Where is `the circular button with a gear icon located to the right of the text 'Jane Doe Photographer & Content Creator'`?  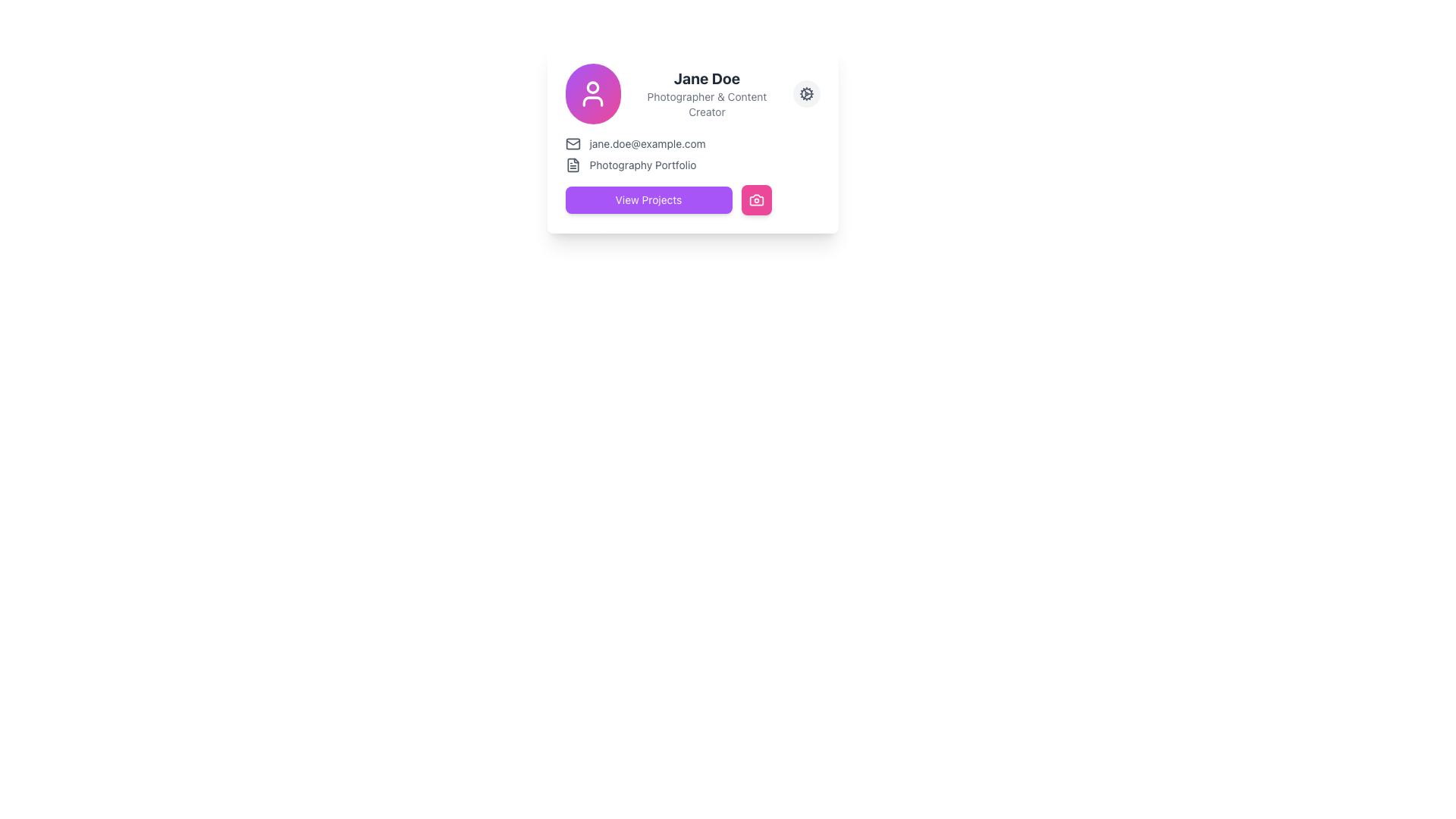 the circular button with a gear icon located to the right of the text 'Jane Doe Photographer & Content Creator' is located at coordinates (805, 93).